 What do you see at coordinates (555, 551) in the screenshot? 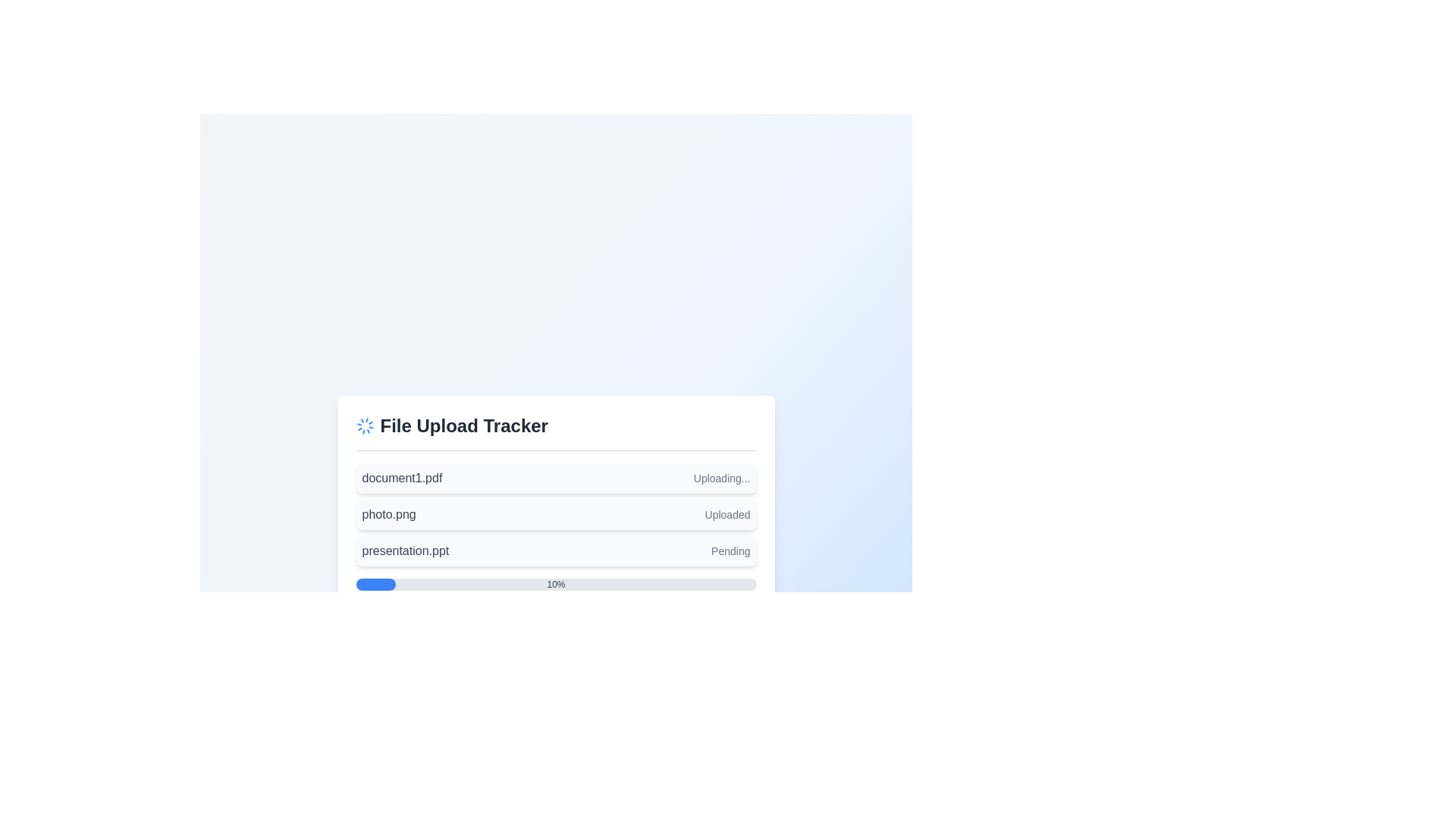
I see `the third list item displaying the filename 'presentation.ppt' with the upload status 'Pending'` at bounding box center [555, 551].